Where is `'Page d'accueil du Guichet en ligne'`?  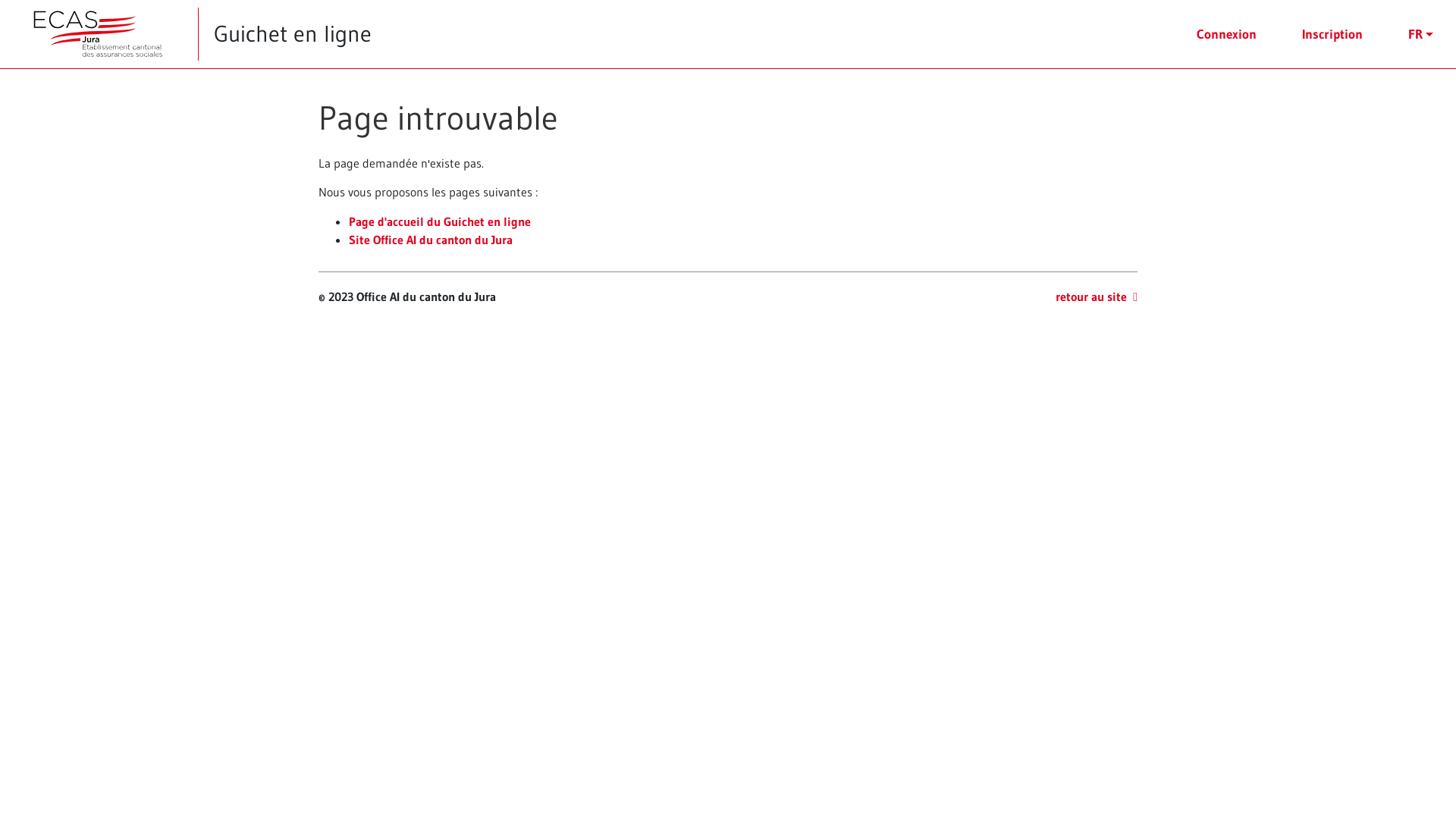 'Page d'accueil du Guichet en ligne' is located at coordinates (439, 221).